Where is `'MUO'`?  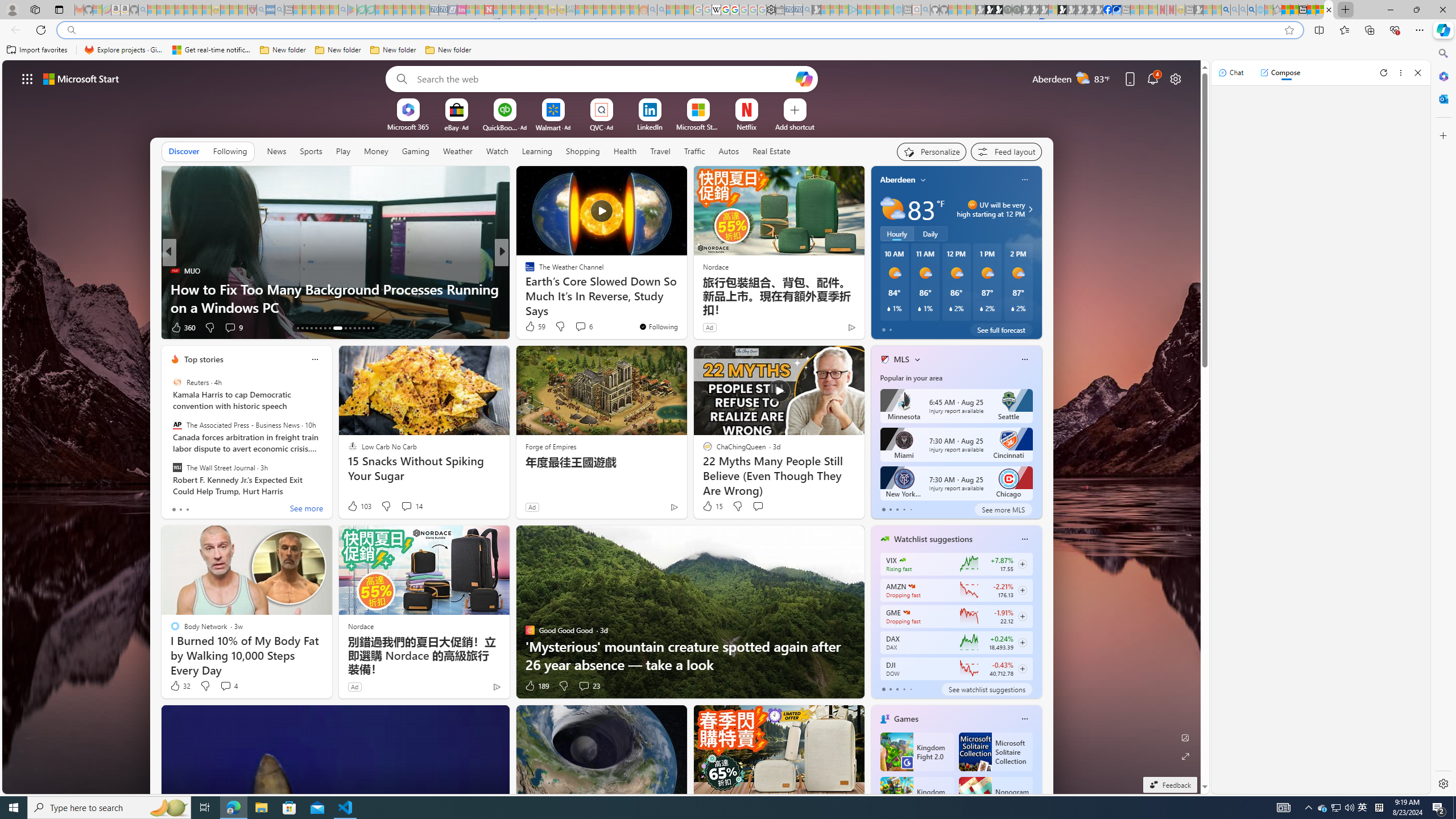 'MUO' is located at coordinates (174, 270).